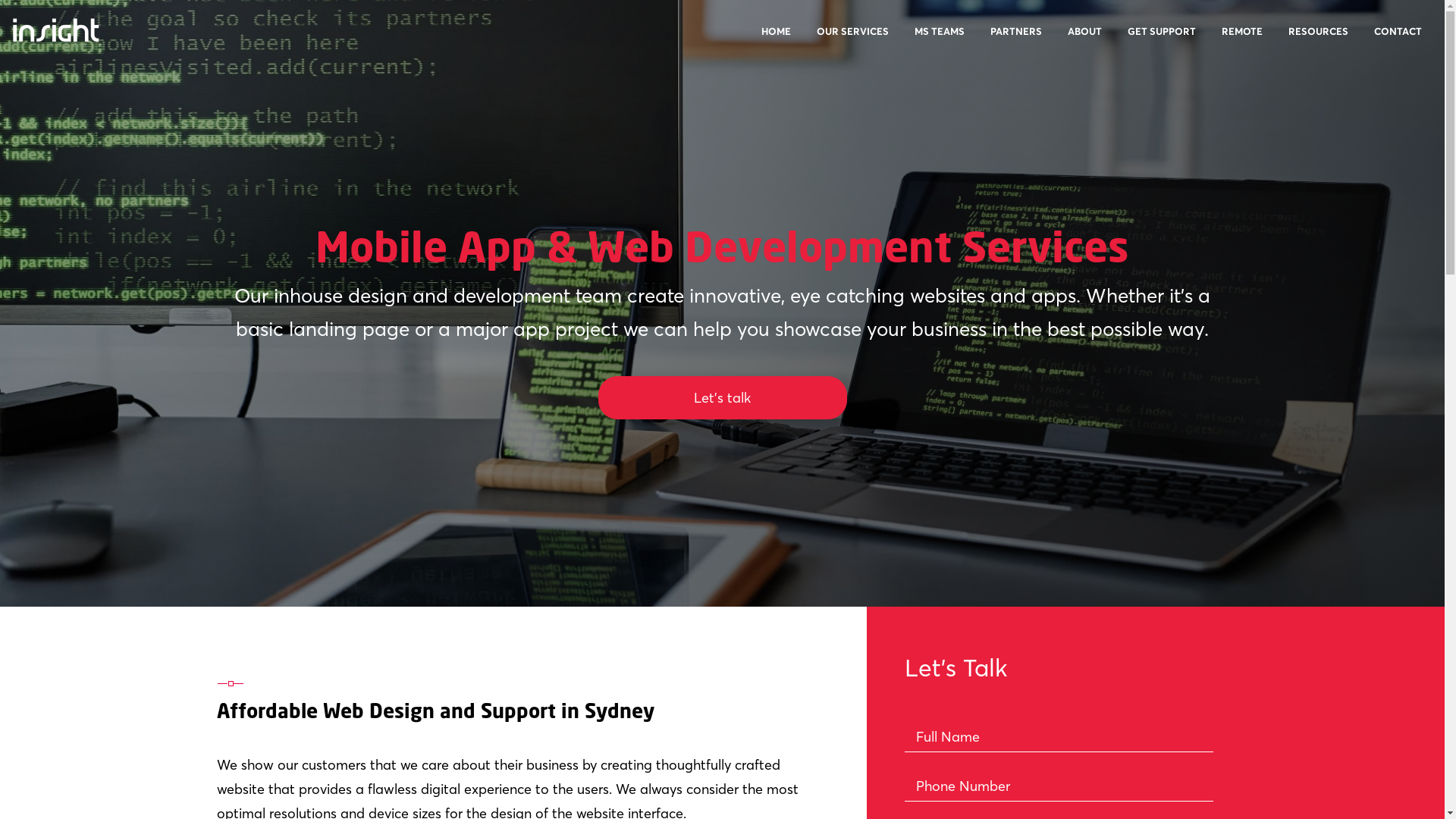 The width and height of the screenshot is (1456, 819). Describe the element at coordinates (902, 39) in the screenshot. I see `'MS TEAMS'` at that location.